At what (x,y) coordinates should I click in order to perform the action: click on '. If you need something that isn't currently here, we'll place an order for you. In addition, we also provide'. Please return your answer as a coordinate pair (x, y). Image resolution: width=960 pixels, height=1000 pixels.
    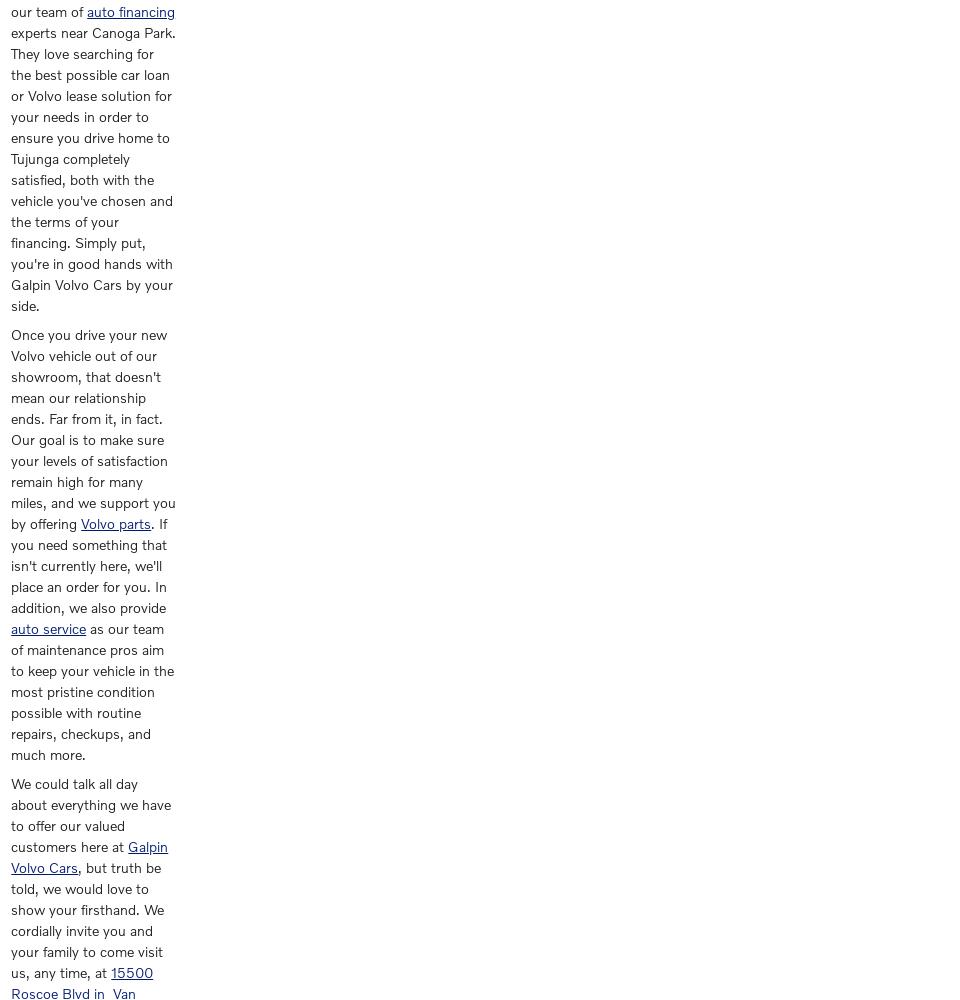
    Looking at the image, I should click on (88, 564).